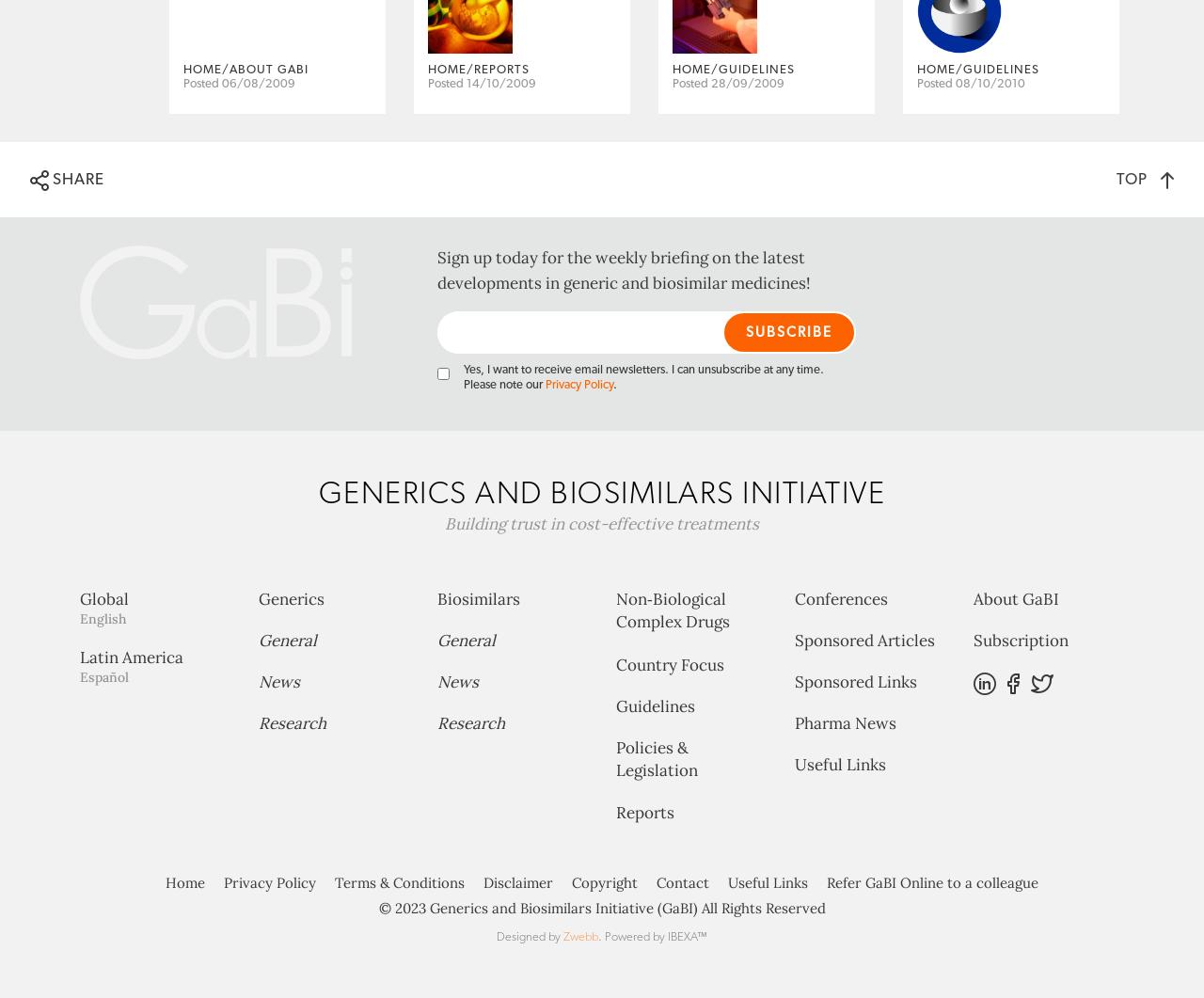 This screenshot has width=1204, height=998. Describe the element at coordinates (682, 955) in the screenshot. I see `'Contact'` at that location.